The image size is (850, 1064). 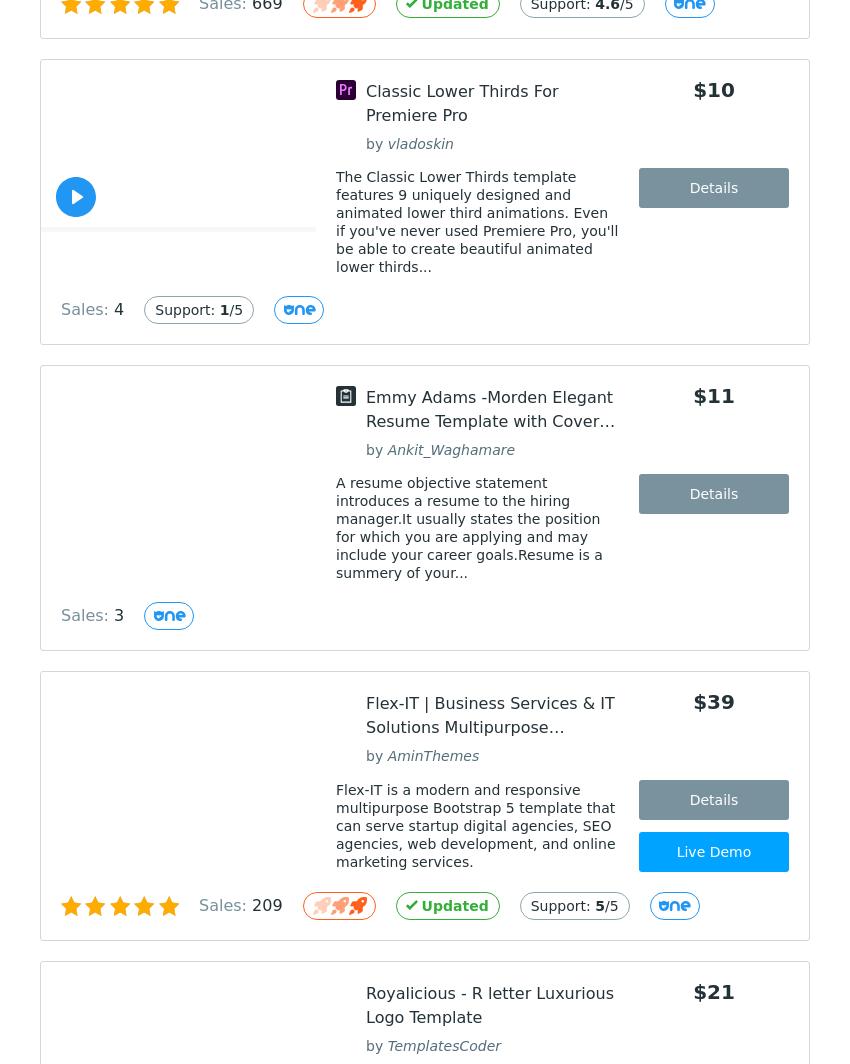 I want to click on '3', so click(x=118, y=615).